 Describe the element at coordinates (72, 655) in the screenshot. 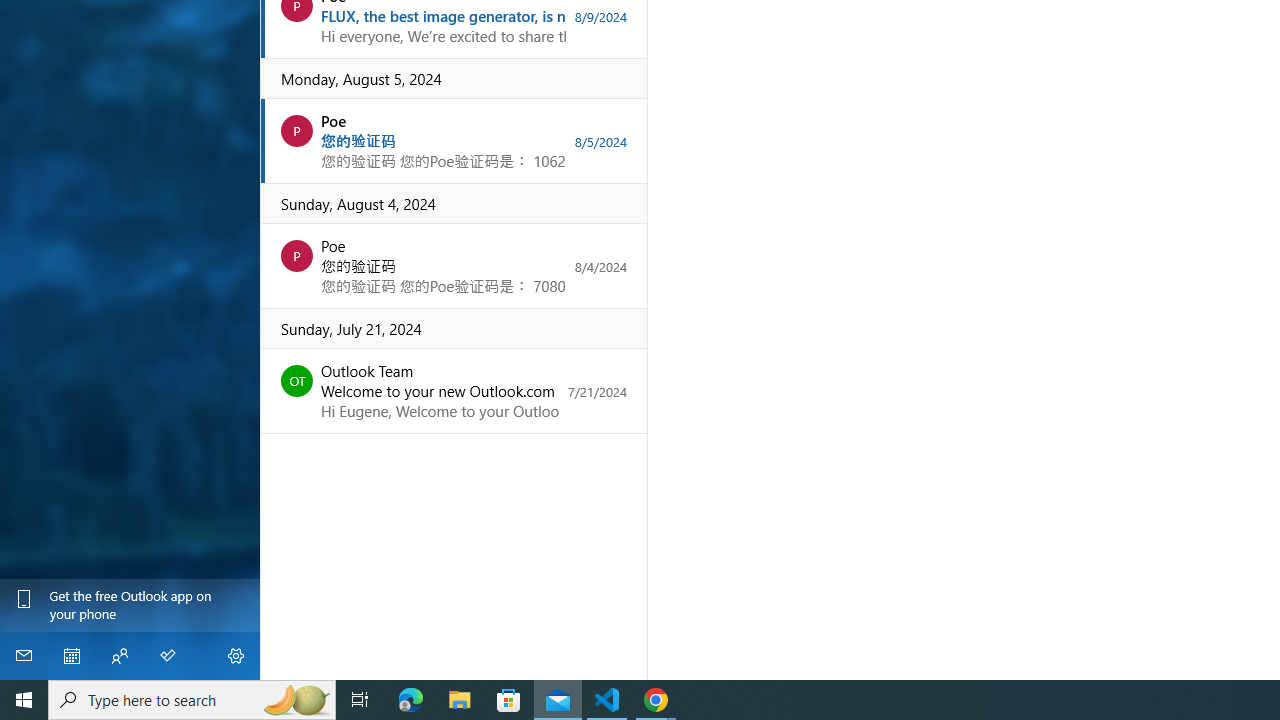

I see `'Switch to calendar'` at that location.